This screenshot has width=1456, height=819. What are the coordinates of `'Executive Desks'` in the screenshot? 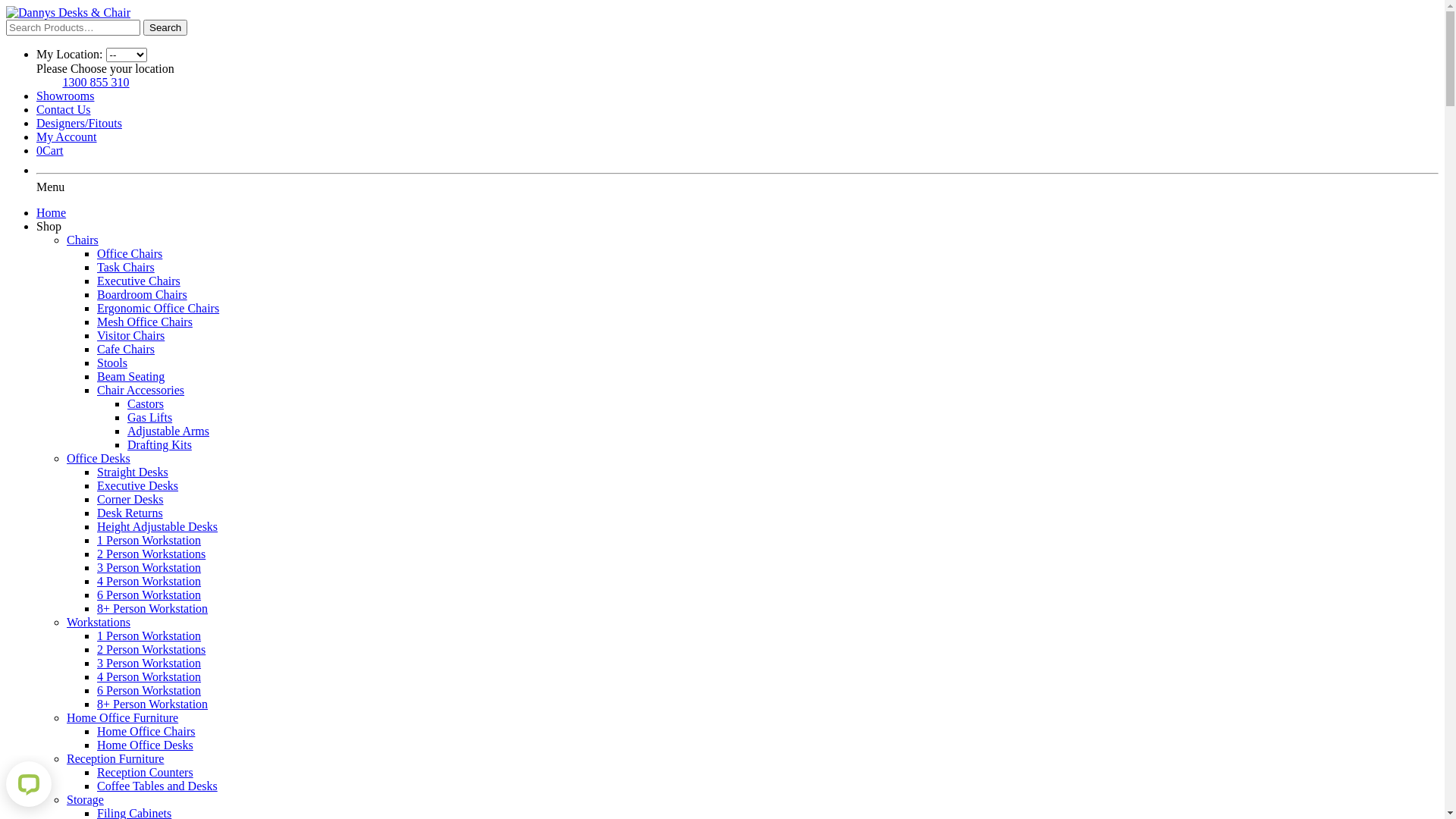 It's located at (137, 485).